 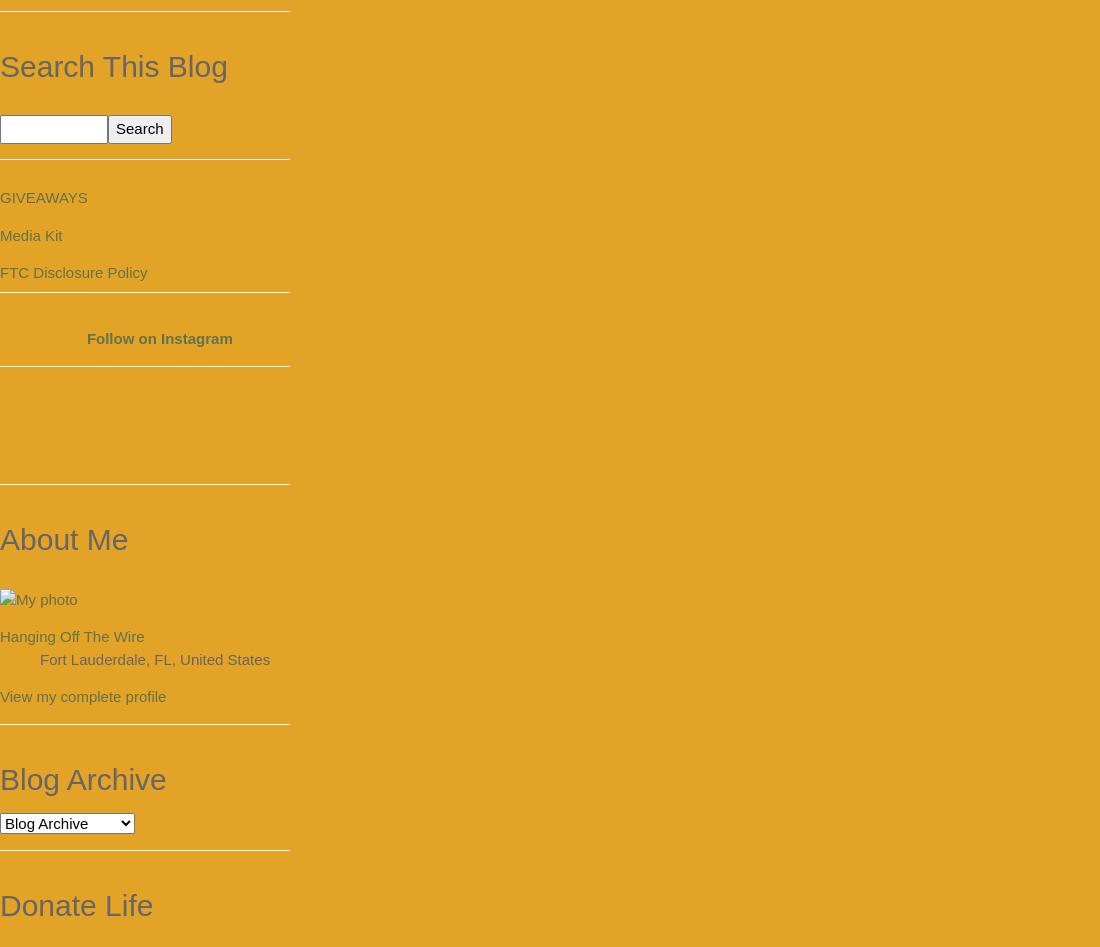 I want to click on 'Media Kit', so click(x=30, y=234).